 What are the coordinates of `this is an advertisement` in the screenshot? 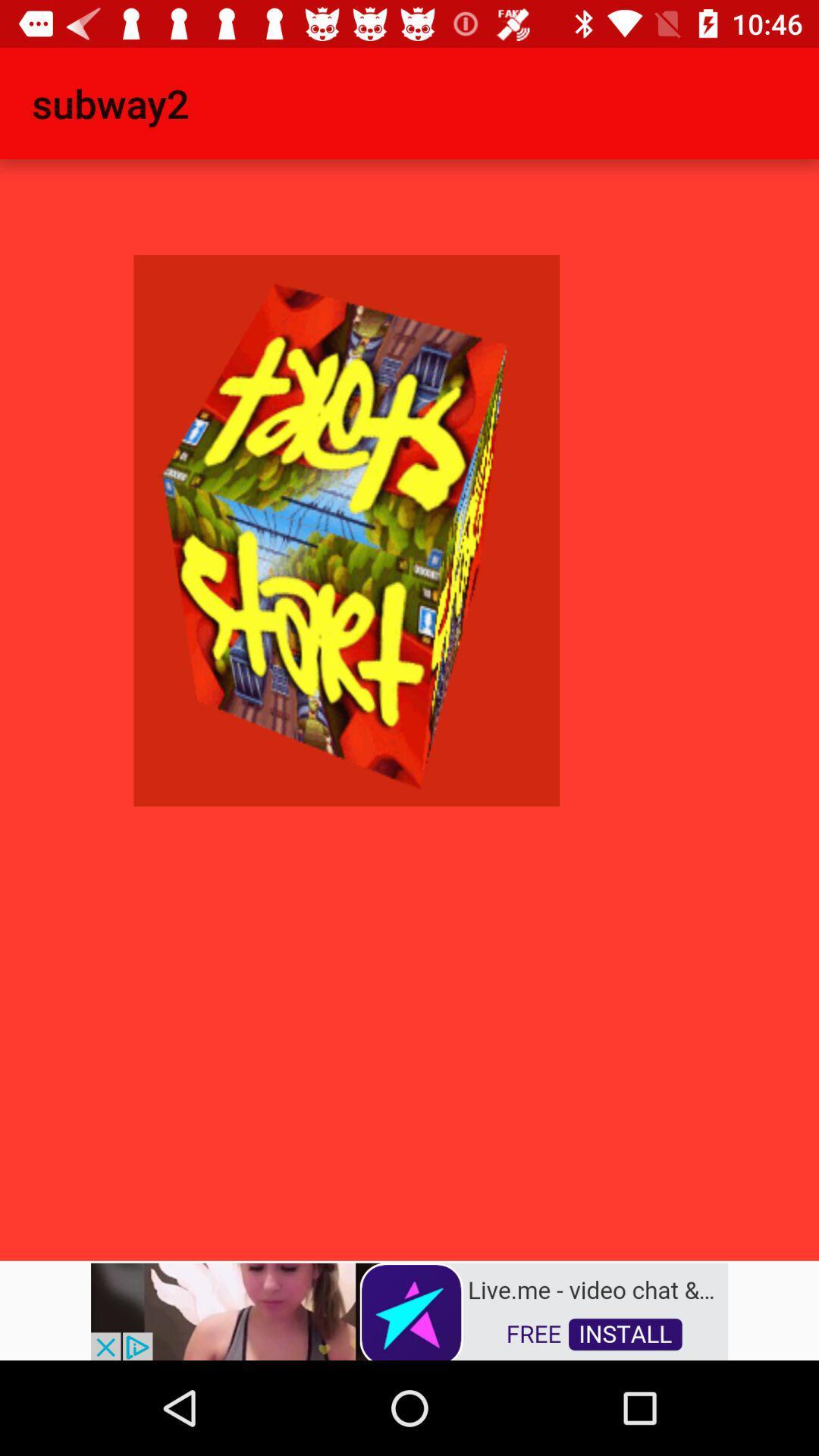 It's located at (409, 1310).